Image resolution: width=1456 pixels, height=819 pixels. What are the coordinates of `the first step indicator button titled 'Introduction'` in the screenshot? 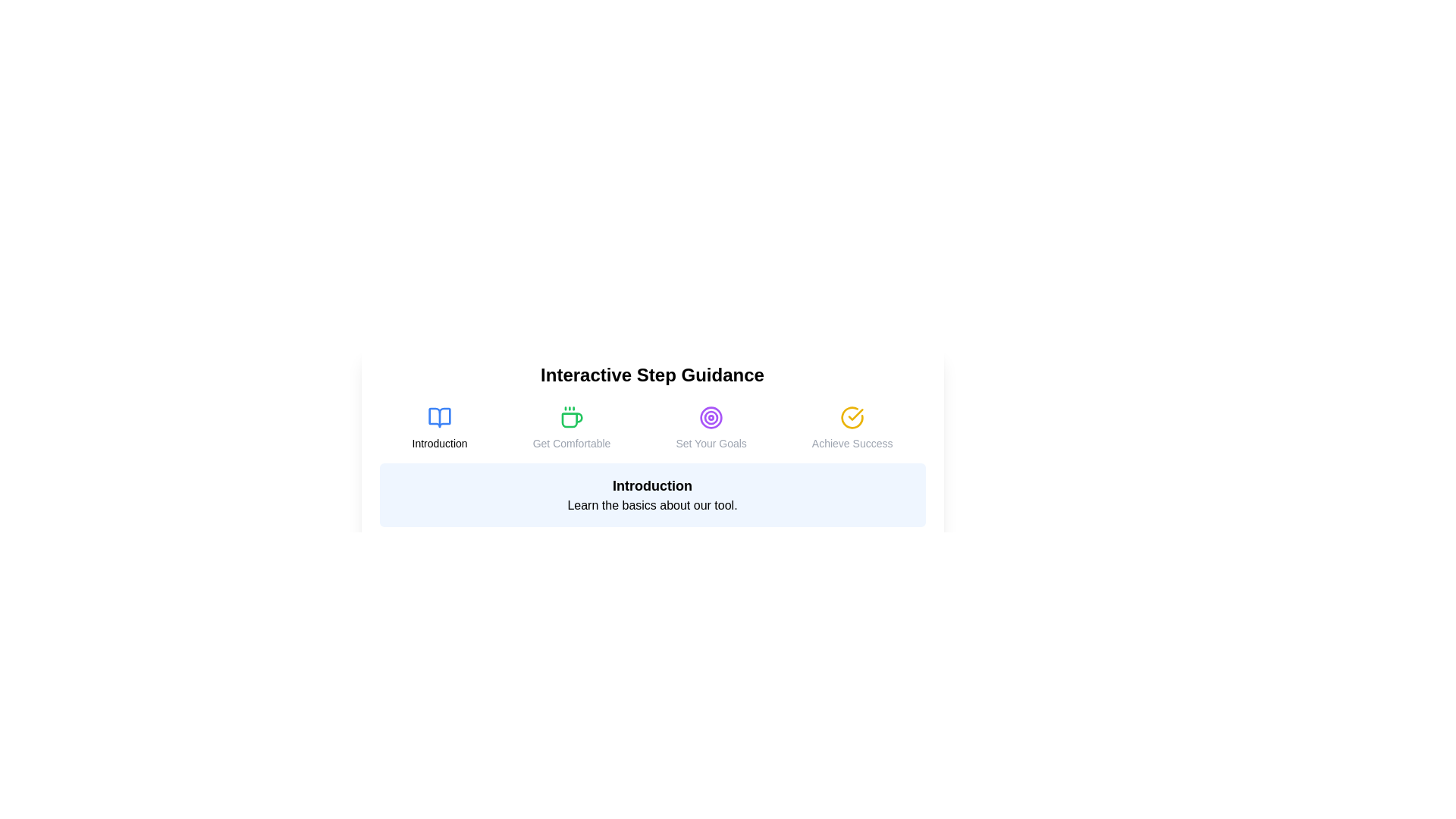 It's located at (439, 428).